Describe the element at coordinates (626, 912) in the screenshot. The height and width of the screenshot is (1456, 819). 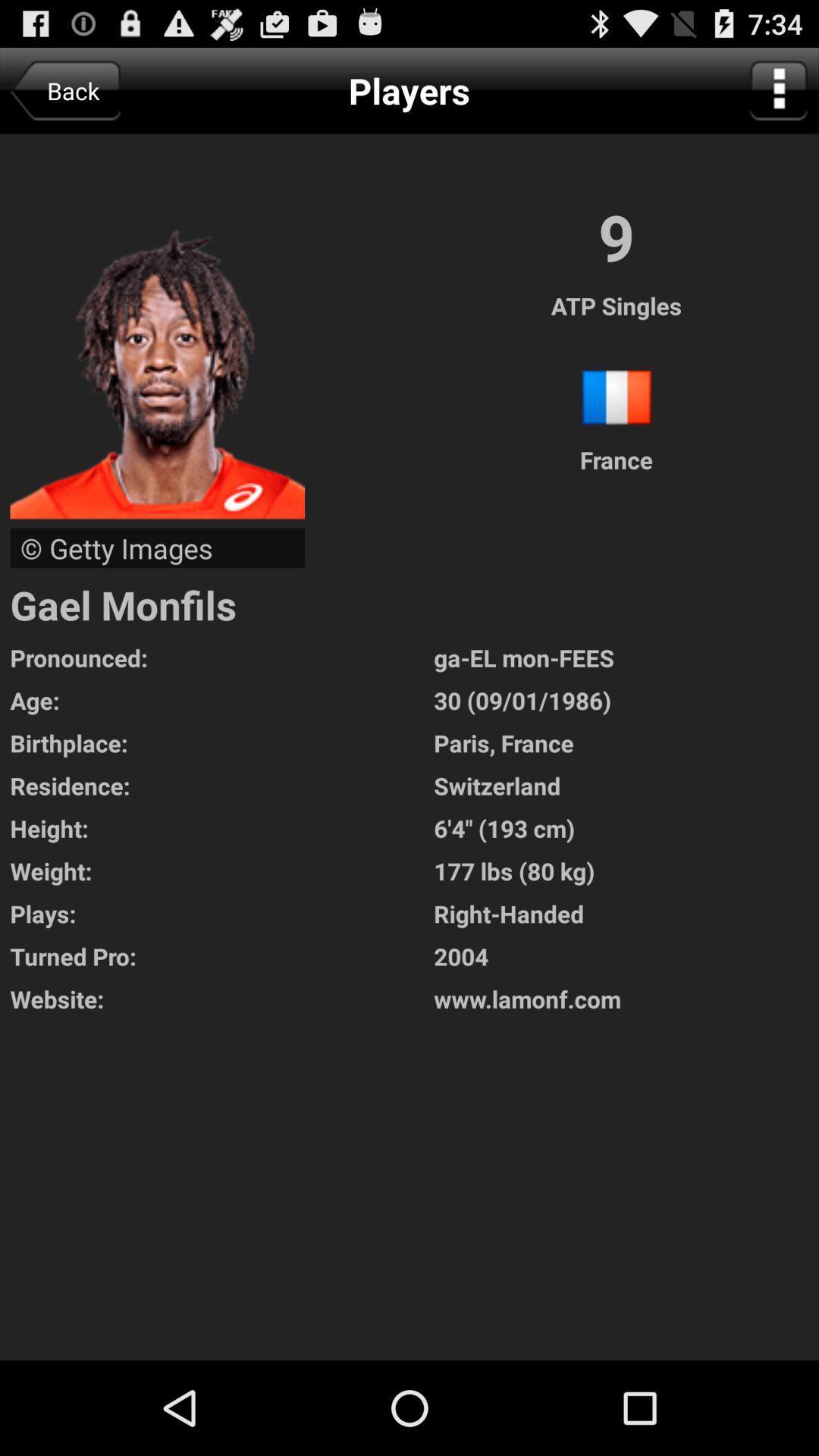
I see `the icon above turned pro: app` at that location.